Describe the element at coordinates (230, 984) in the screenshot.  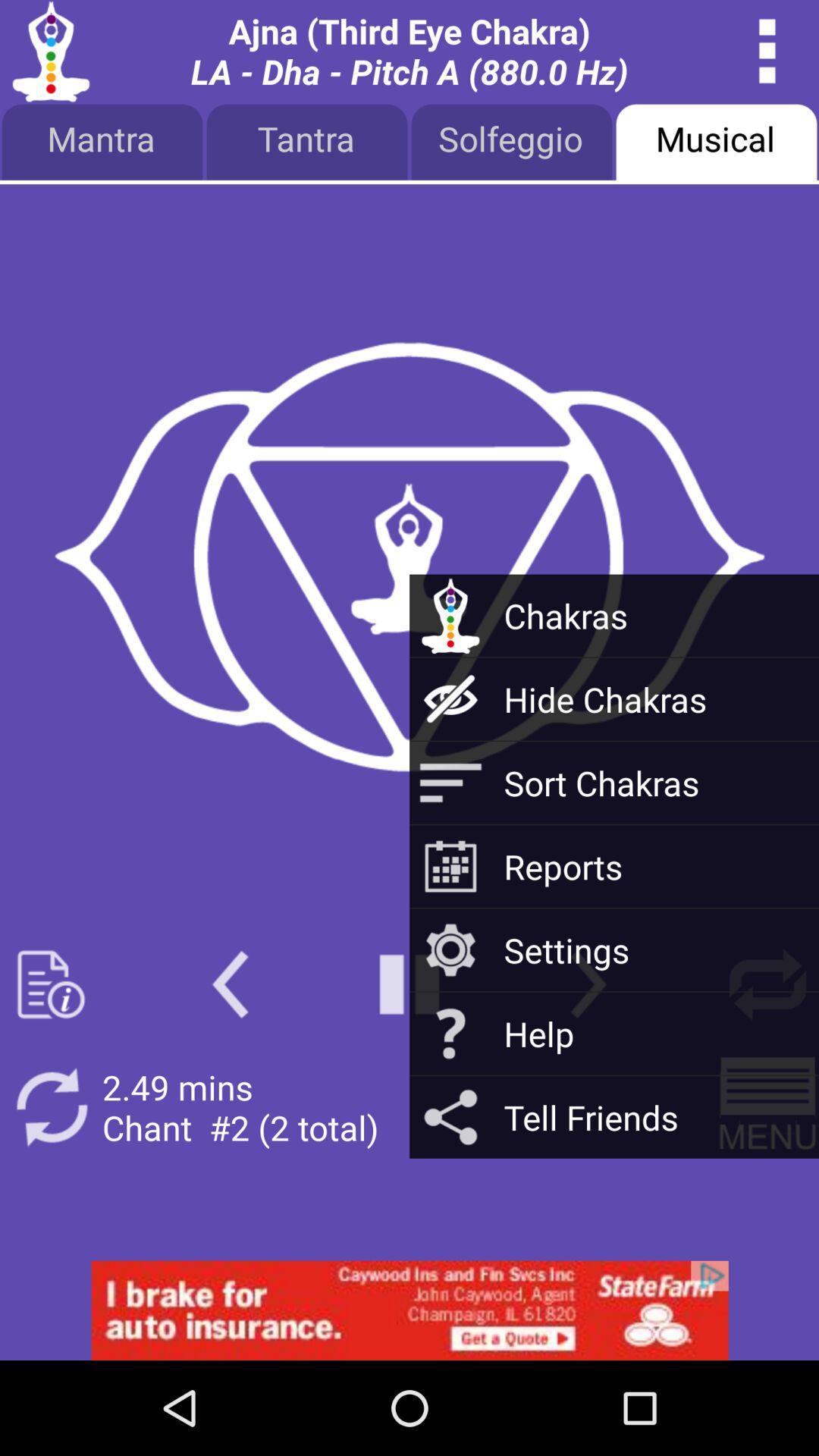
I see `rewind the chakra` at that location.